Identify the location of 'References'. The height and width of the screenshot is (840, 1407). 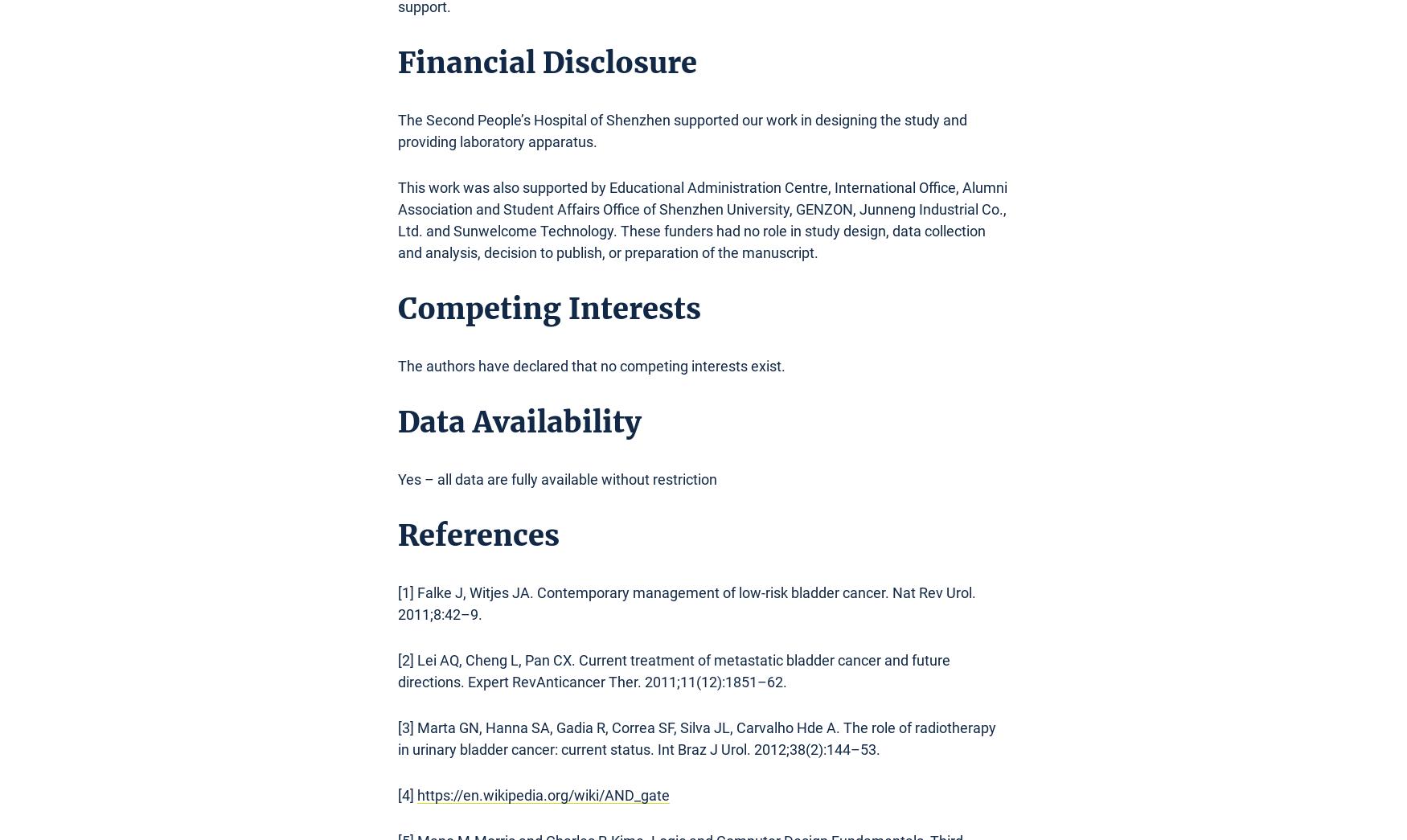
(398, 535).